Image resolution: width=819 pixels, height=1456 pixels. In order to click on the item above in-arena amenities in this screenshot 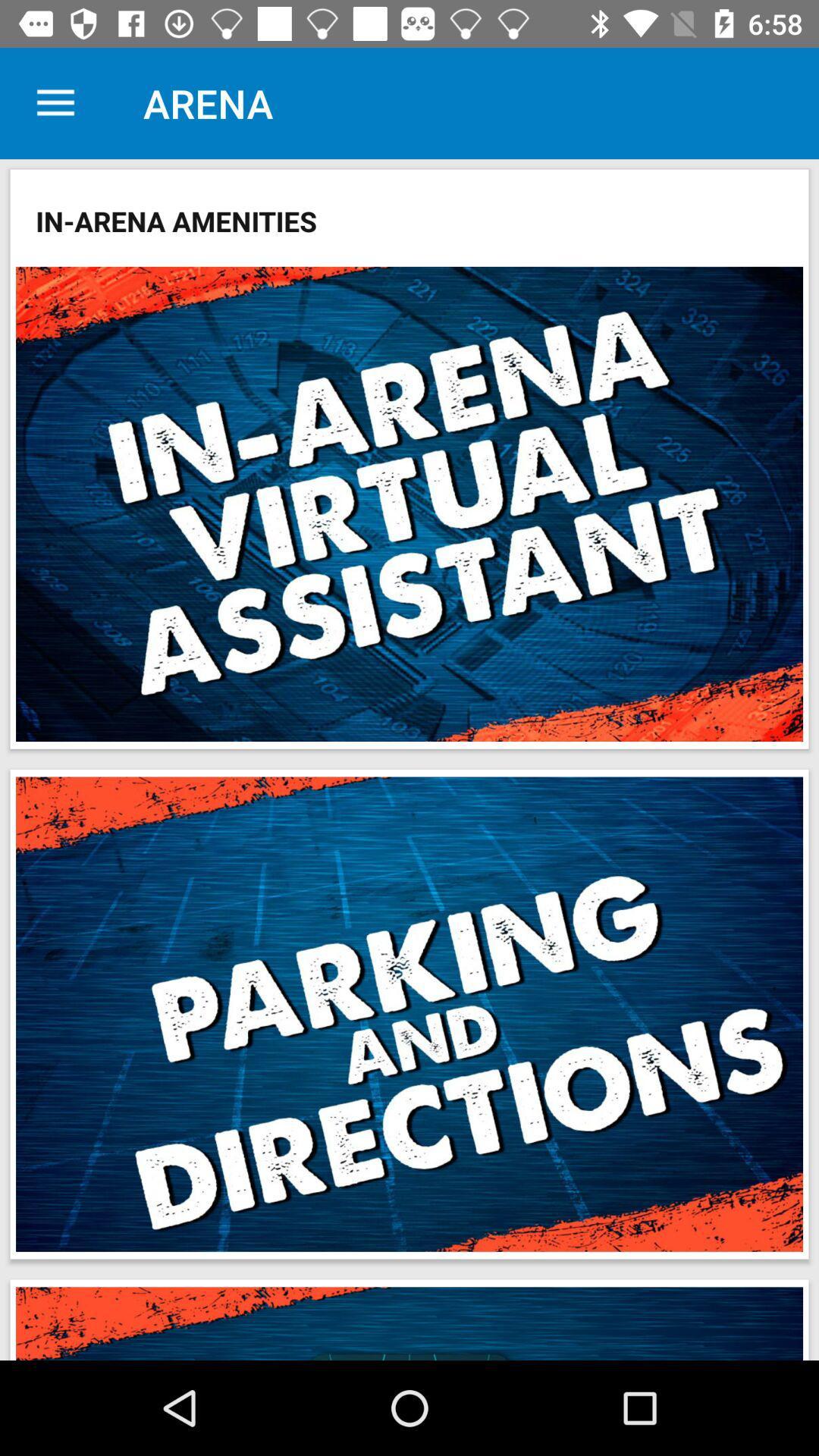, I will do `click(55, 102)`.